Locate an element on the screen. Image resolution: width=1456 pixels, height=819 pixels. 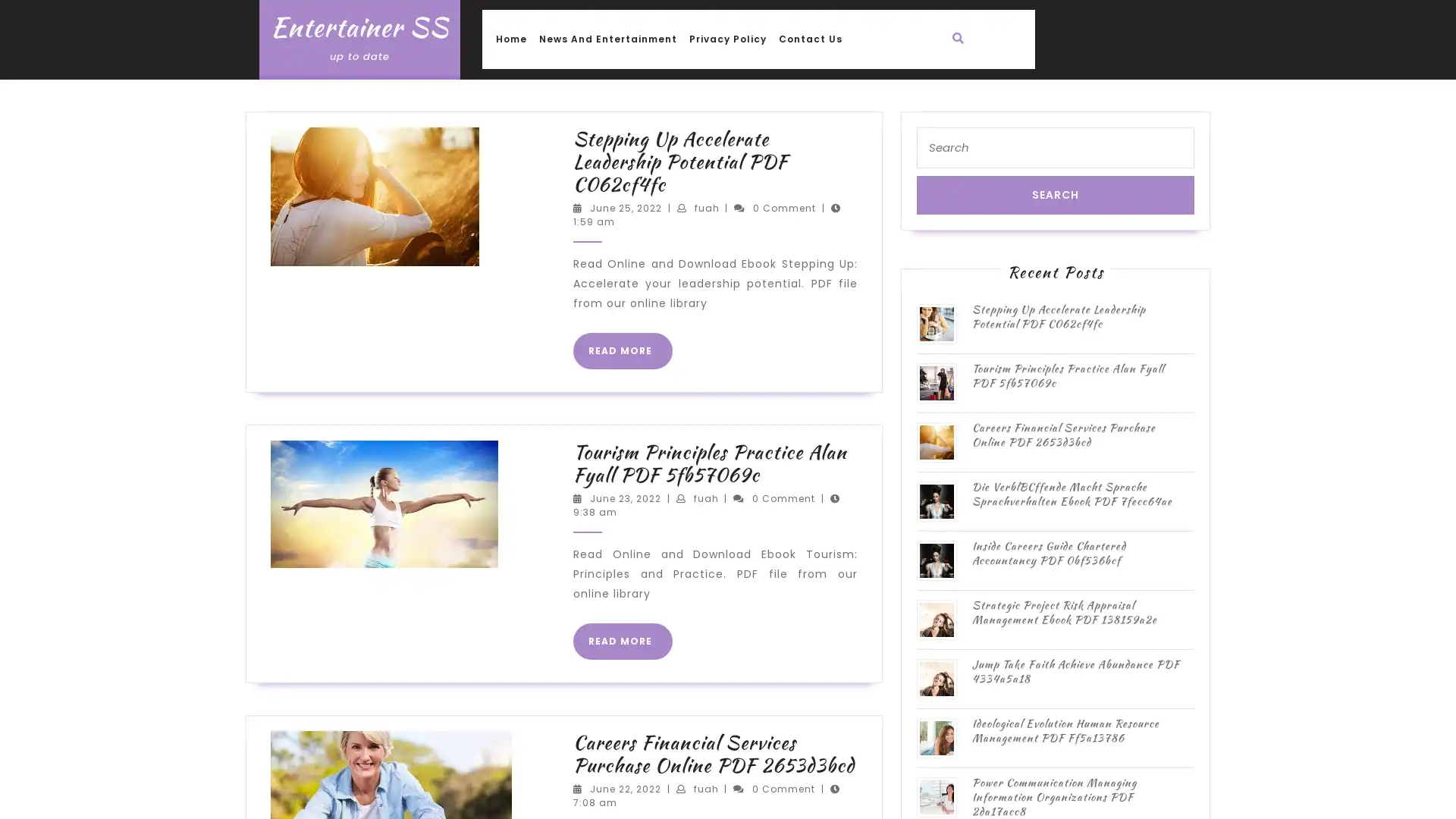
Search is located at coordinates (1055, 194).